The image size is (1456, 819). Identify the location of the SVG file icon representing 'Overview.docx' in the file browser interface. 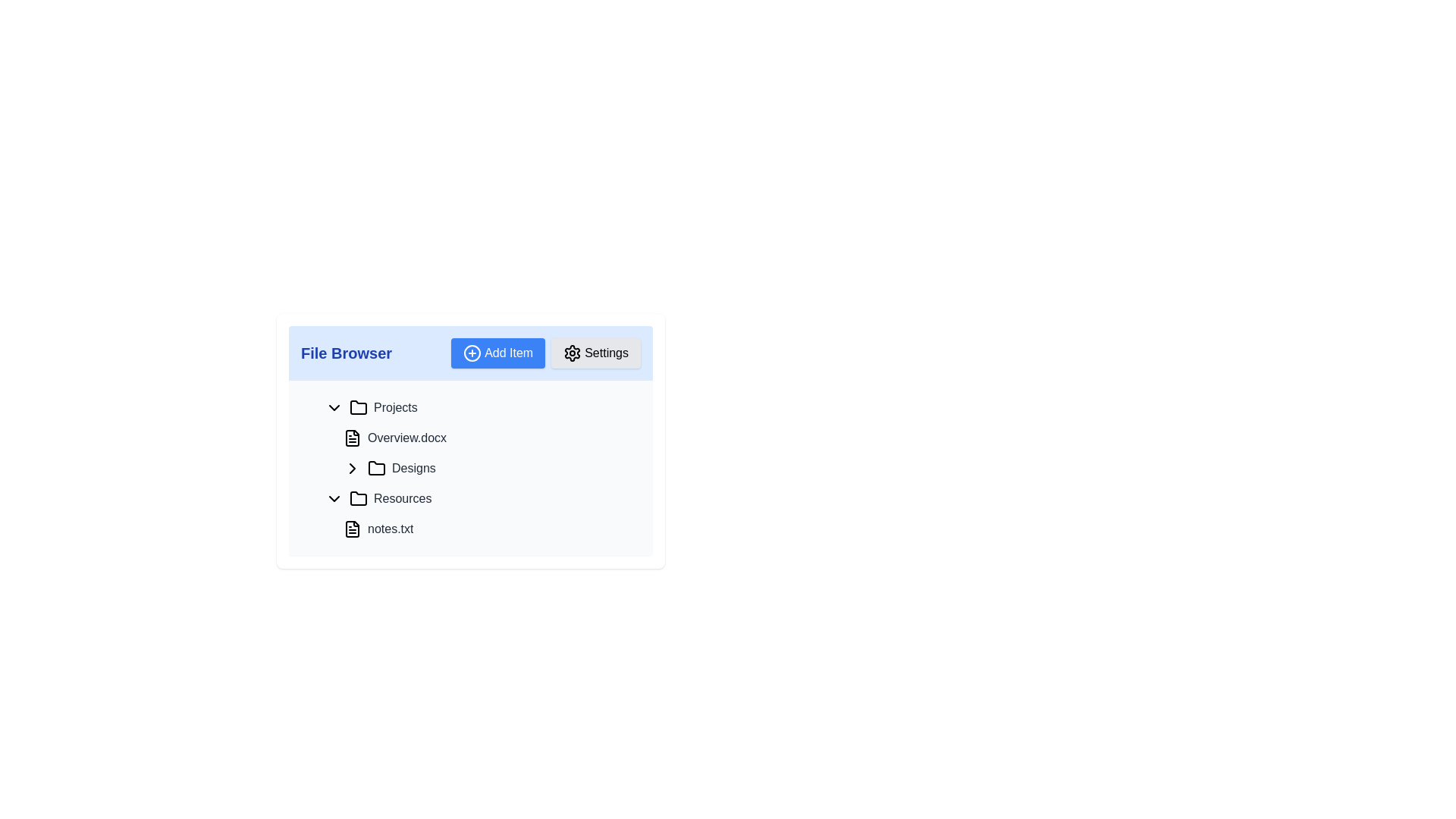
(352, 438).